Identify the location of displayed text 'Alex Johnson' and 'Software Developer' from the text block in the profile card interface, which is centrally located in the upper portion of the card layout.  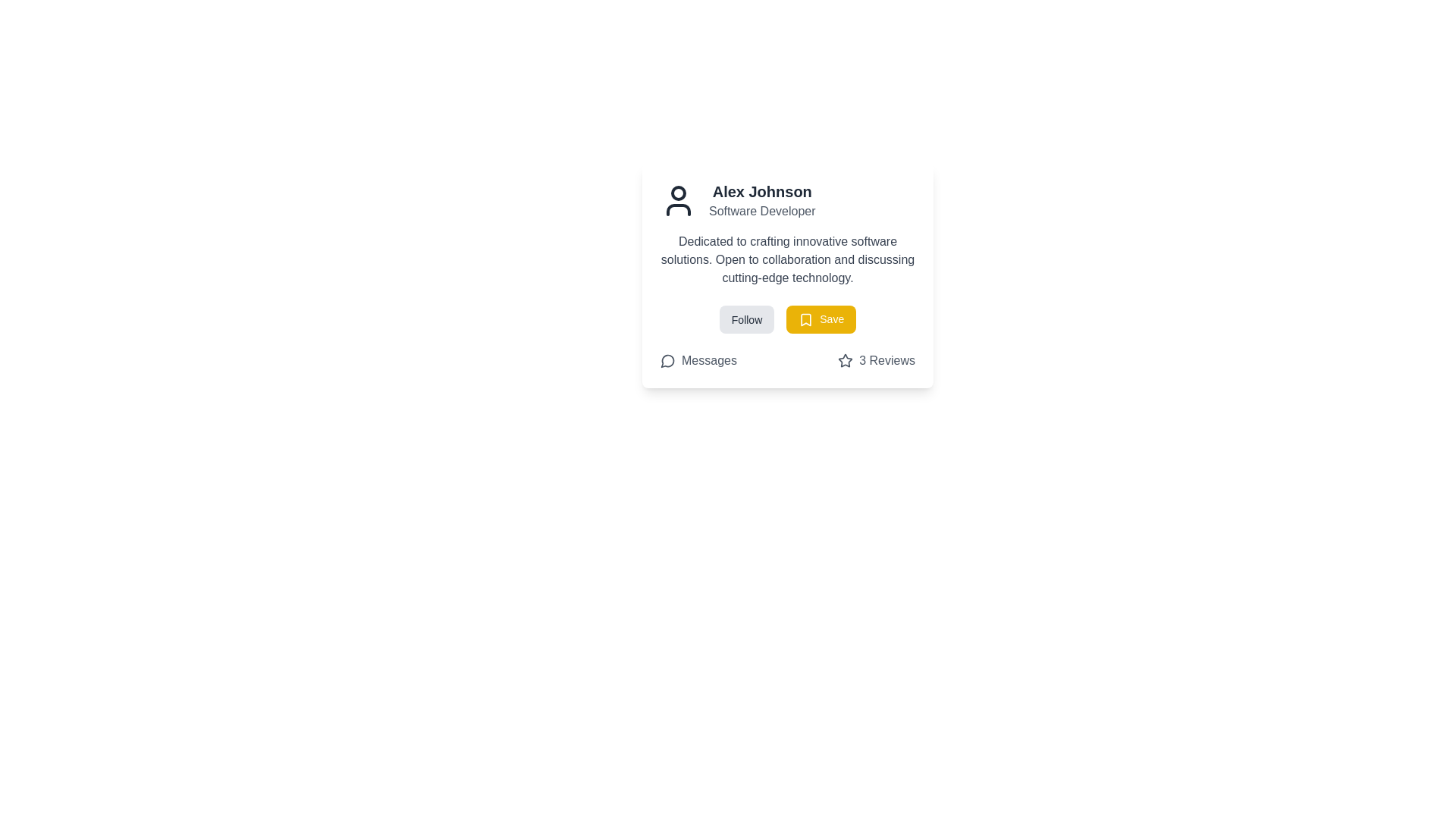
(762, 200).